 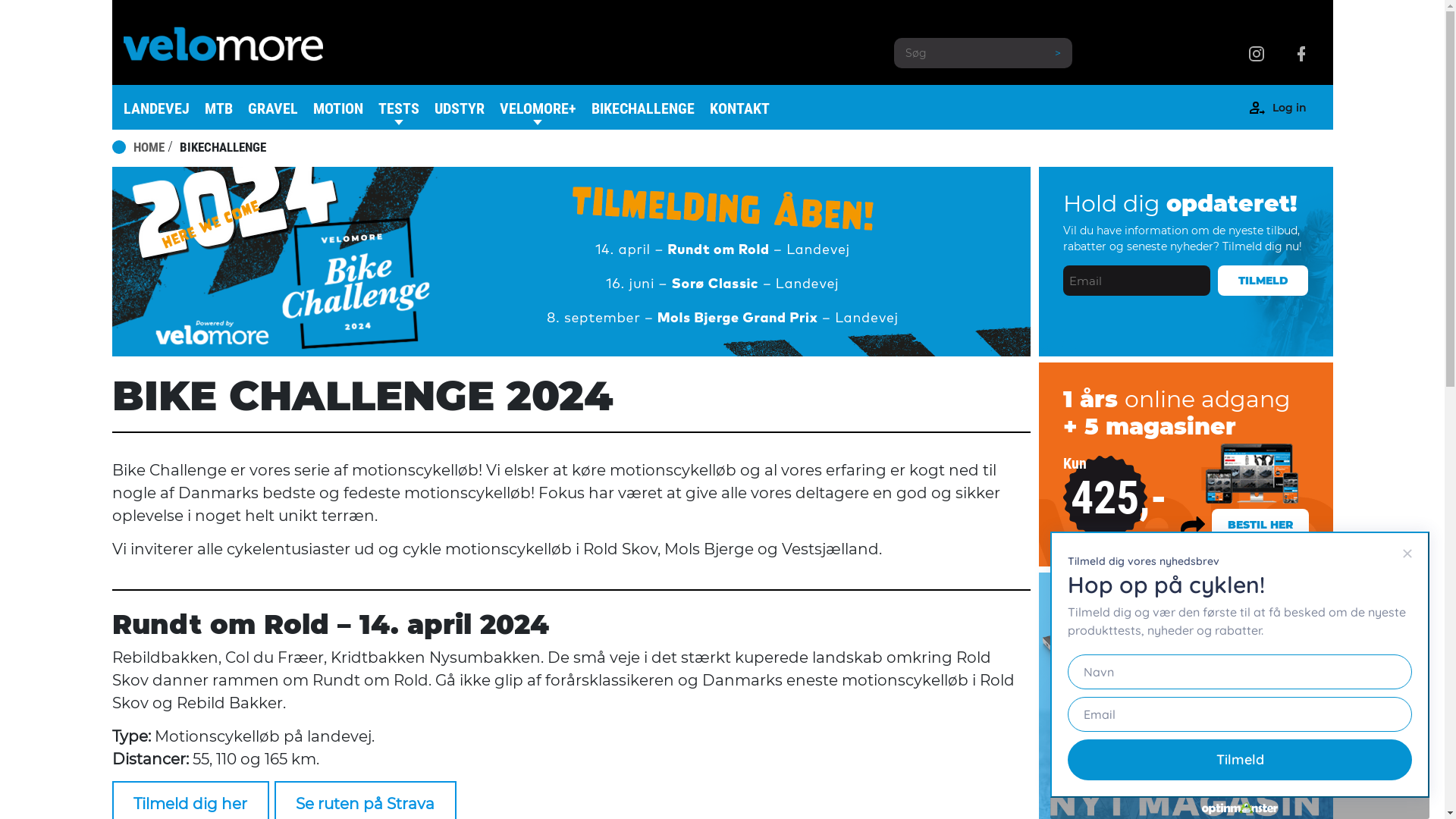 What do you see at coordinates (1288, 109) in the screenshot?
I see `'Log in'` at bounding box center [1288, 109].